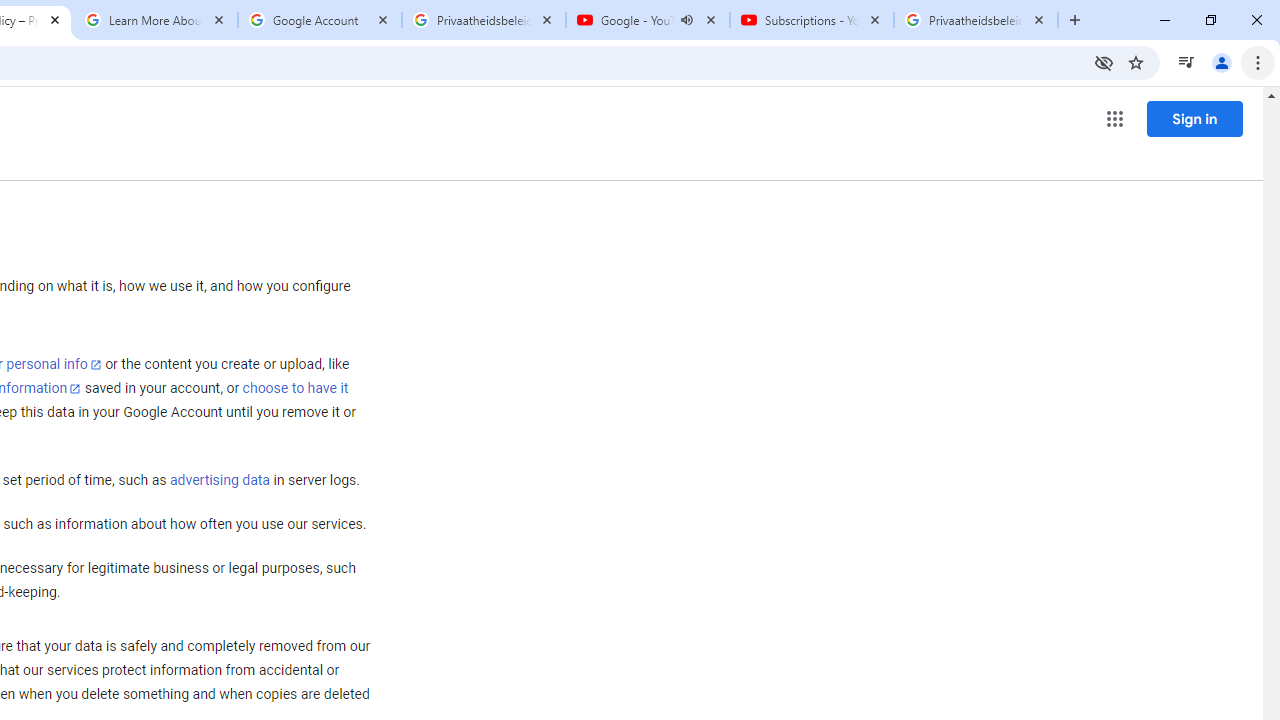  What do you see at coordinates (811, 20) in the screenshot?
I see `'Subscriptions - YouTube'` at bounding box center [811, 20].